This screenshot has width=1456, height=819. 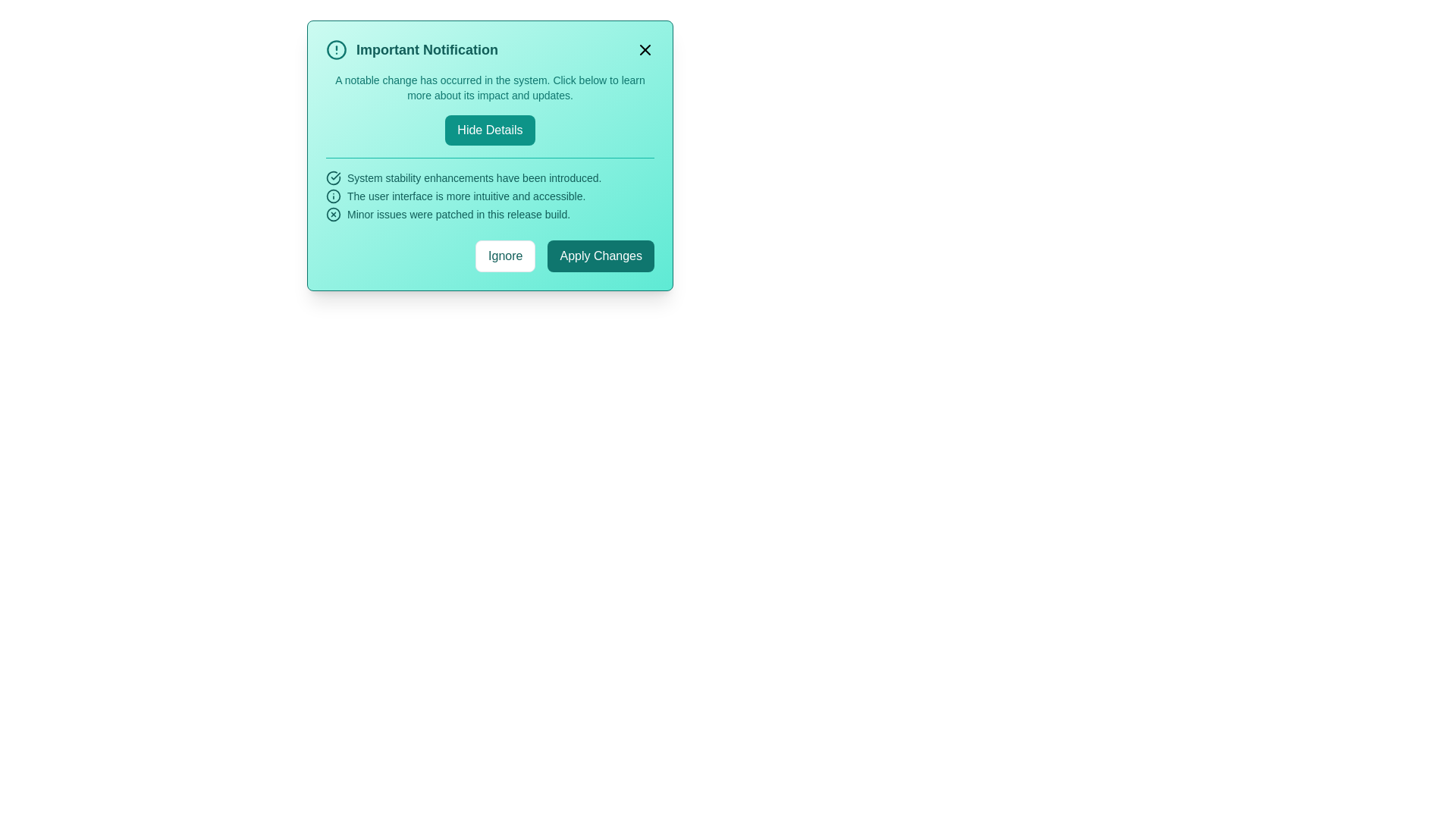 I want to click on the Text label that conveys a headline or summary about the notification's purpose, located in the top-left of the notification panel, to the right of an alert icon, so click(x=426, y=49).